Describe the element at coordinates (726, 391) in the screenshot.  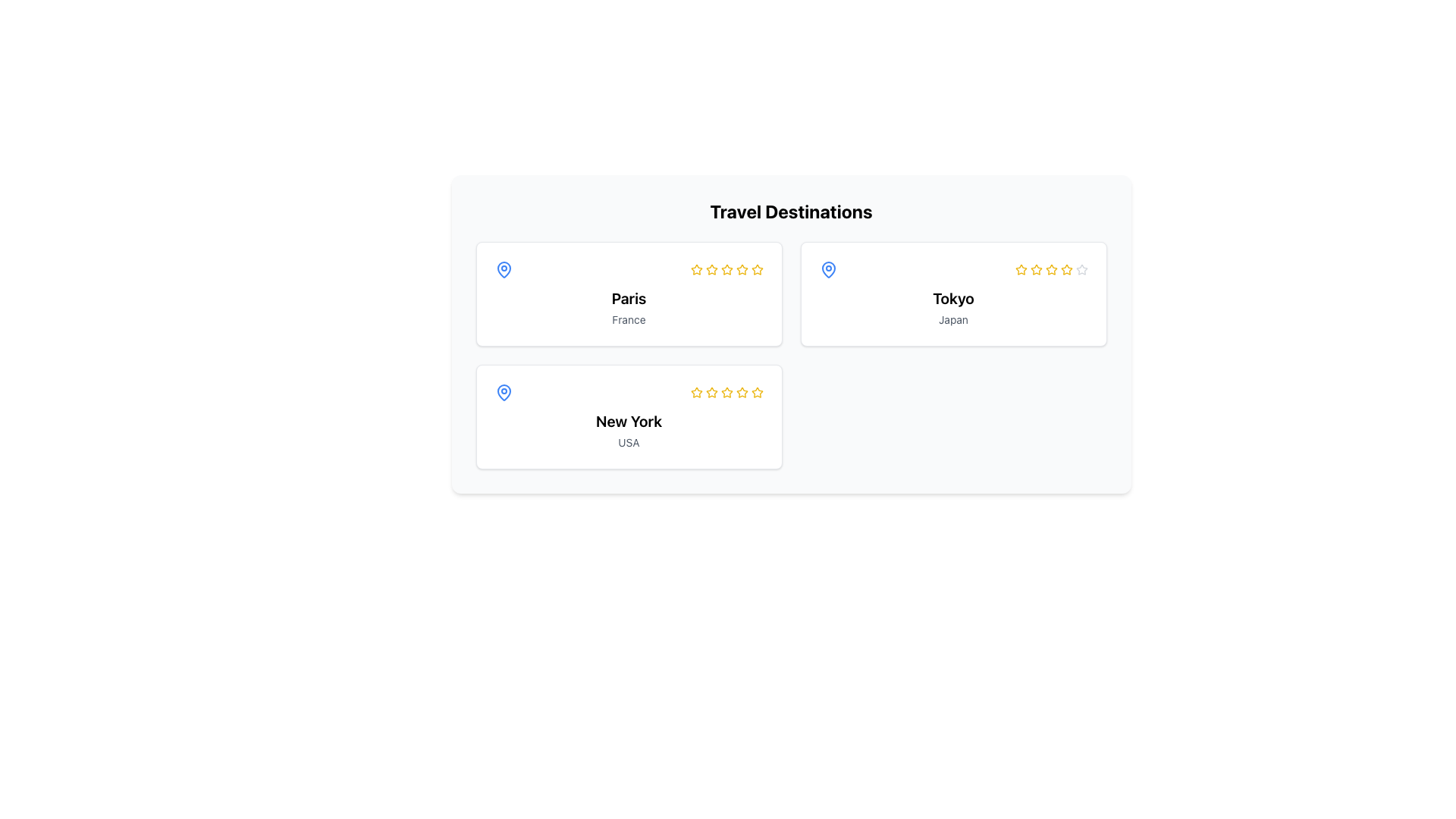
I see `the fifth star icon in the rating system under the 'Travel Destinations' section for 'New York, USA'` at that location.